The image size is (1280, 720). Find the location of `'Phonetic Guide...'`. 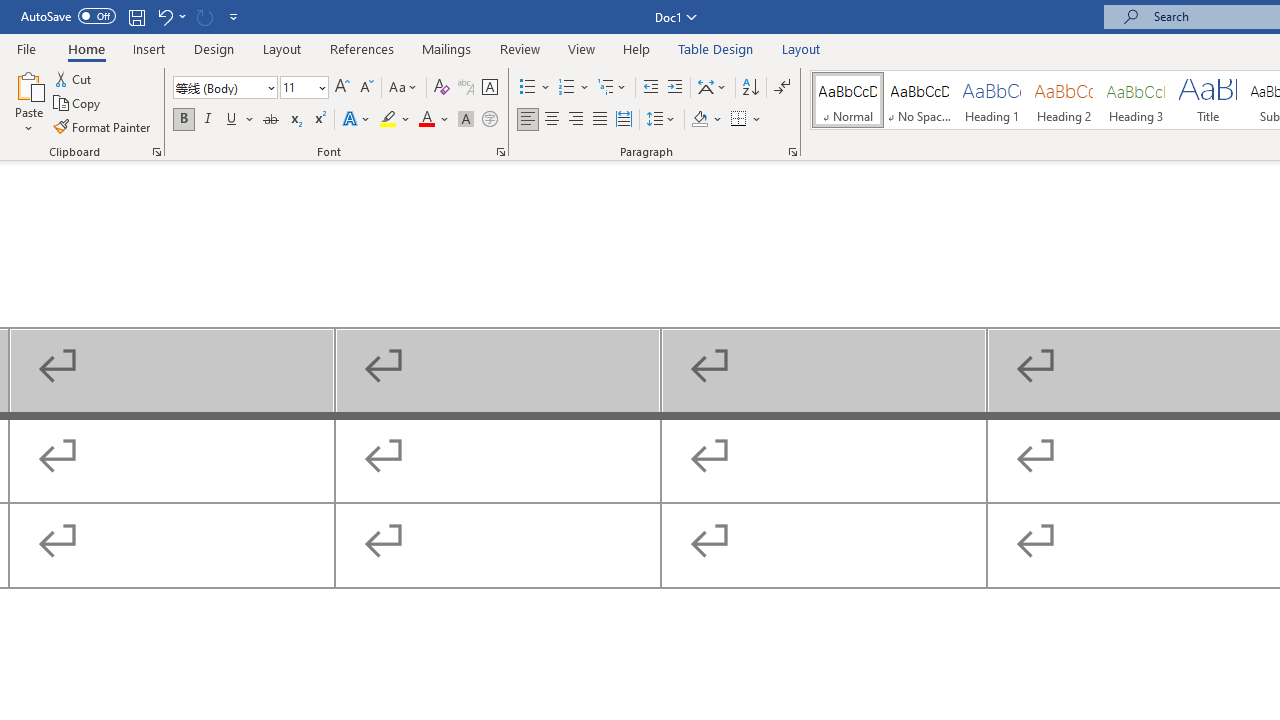

'Phonetic Guide...' is located at coordinates (464, 86).